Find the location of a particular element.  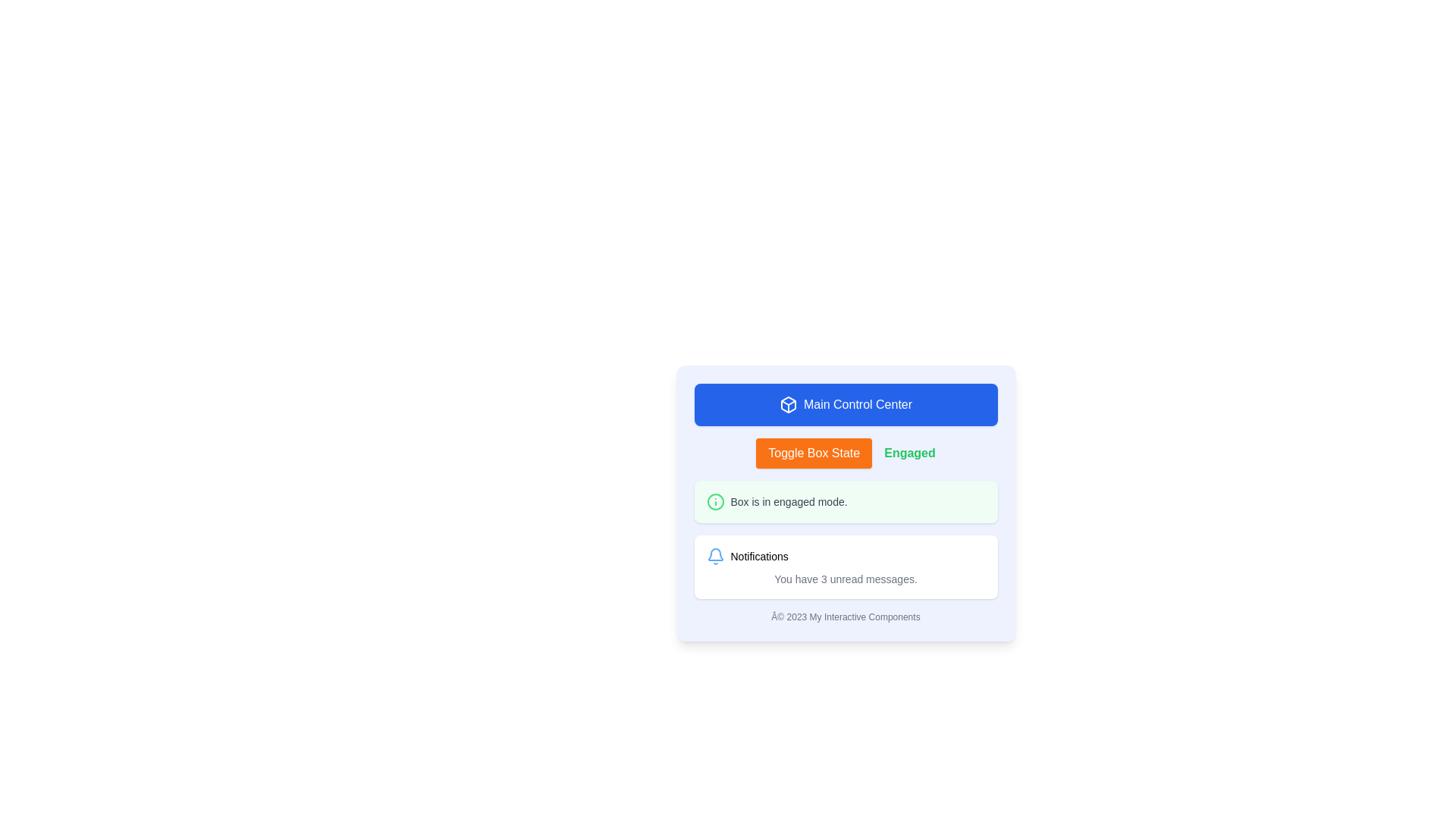

the text label displaying 'Engaged' in bold, green, sans-serif font, located to the right of the 'Toggle Box State' button is located at coordinates (910, 452).